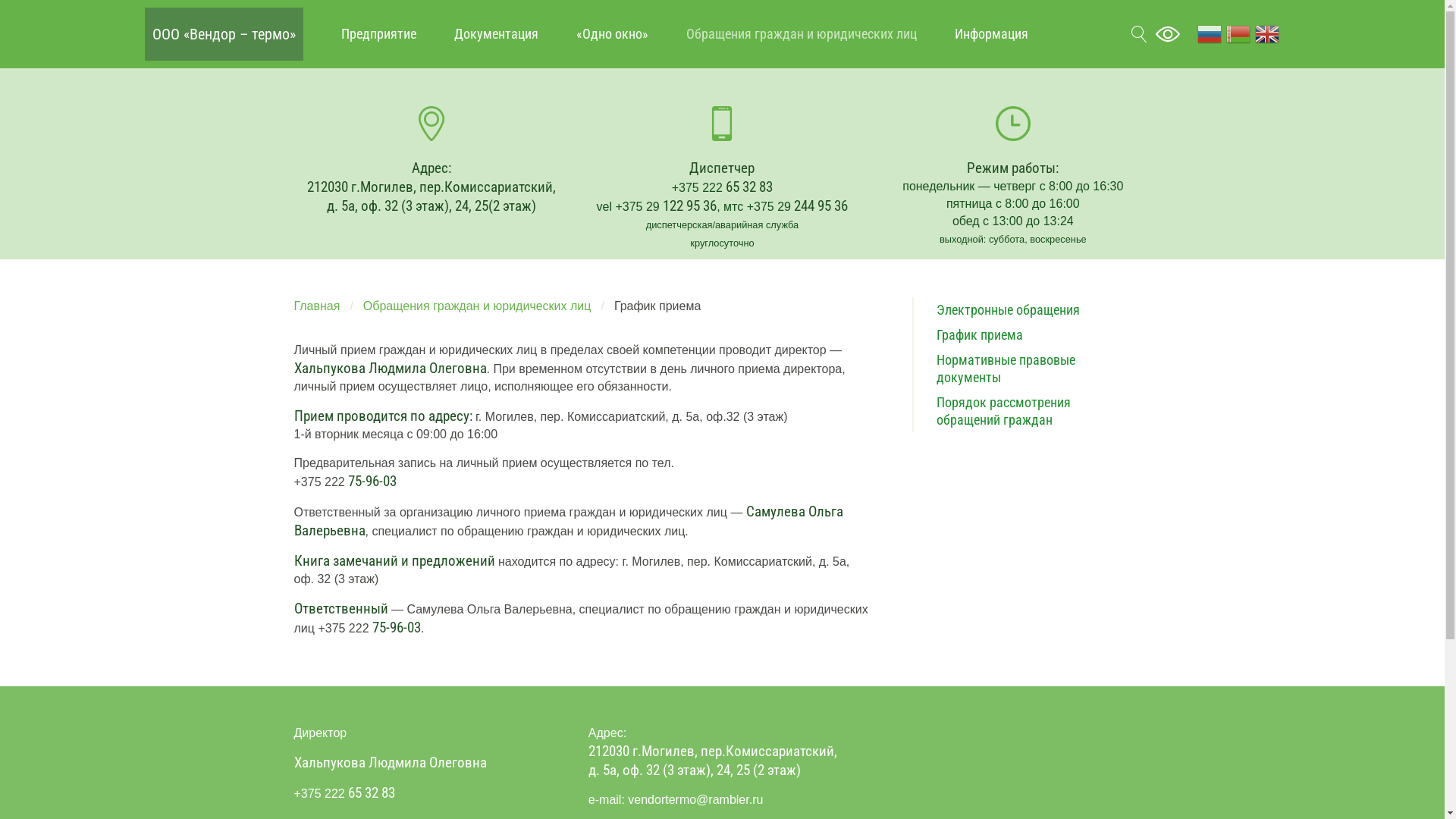 The image size is (1456, 819). Describe the element at coordinates (1266, 33) in the screenshot. I see `'English'` at that location.